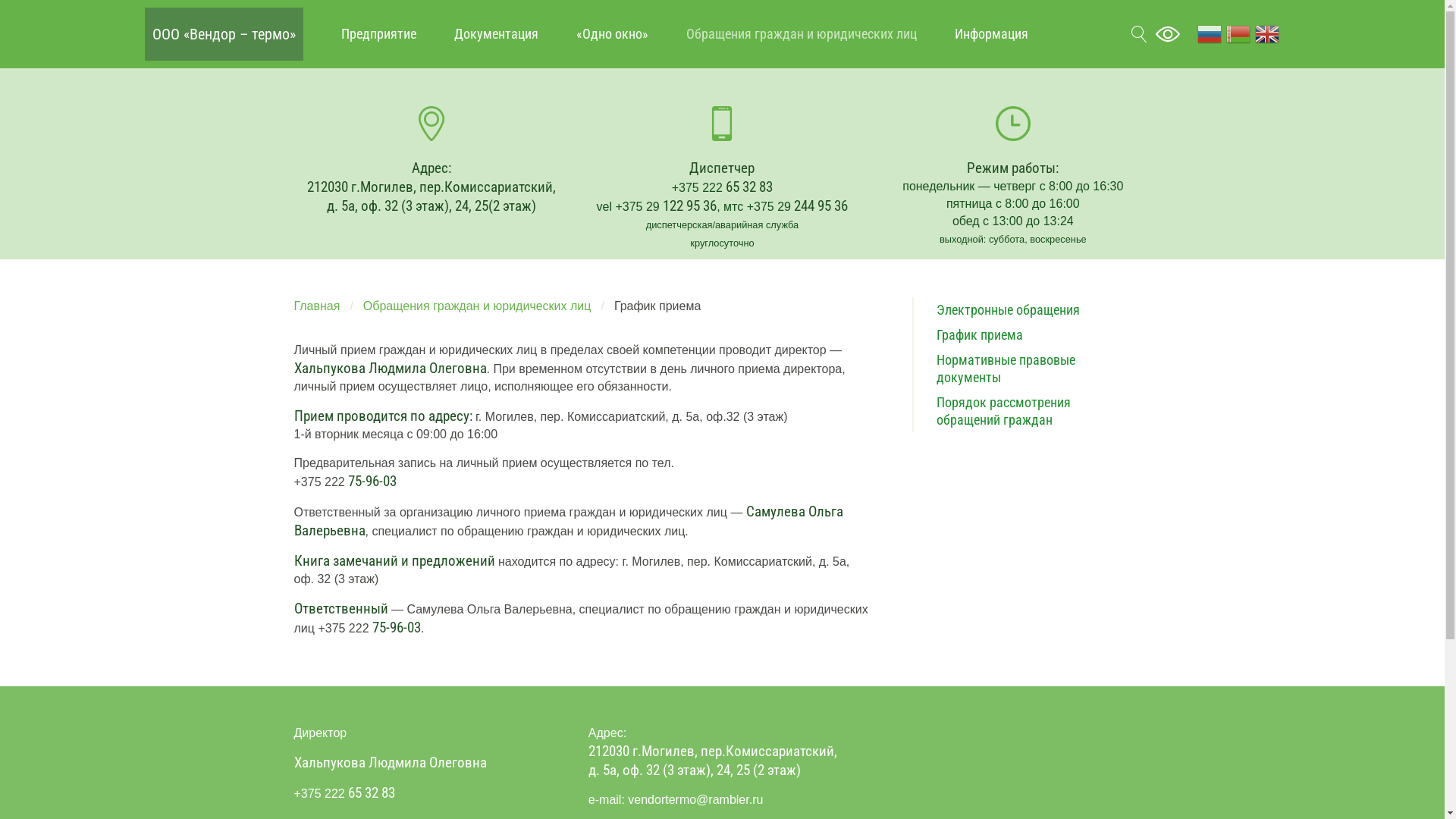 The image size is (1456, 819). Describe the element at coordinates (1266, 33) in the screenshot. I see `'English'` at that location.